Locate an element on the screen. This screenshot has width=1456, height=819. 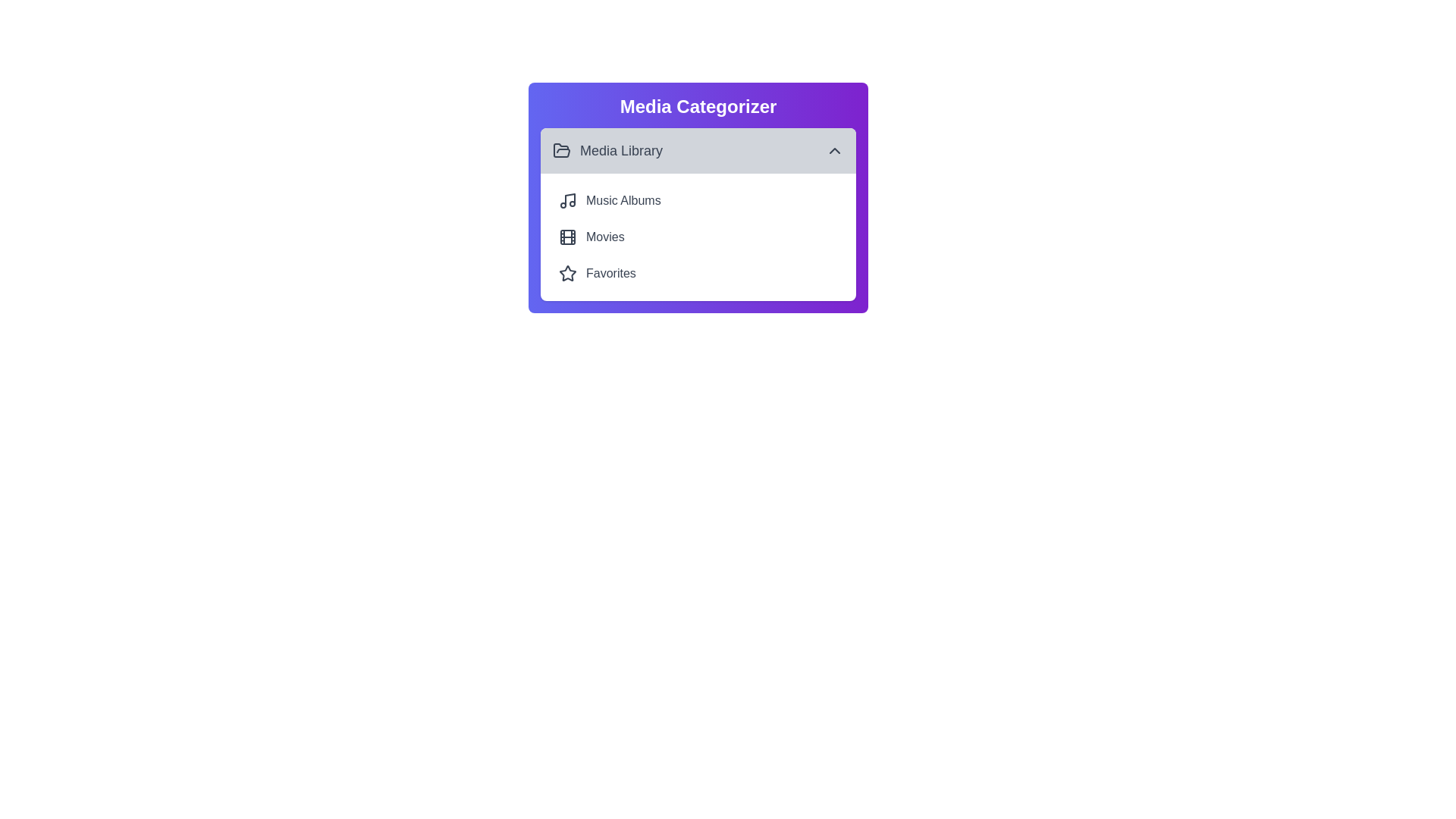
the item Music Albums from the list is located at coordinates (698, 200).